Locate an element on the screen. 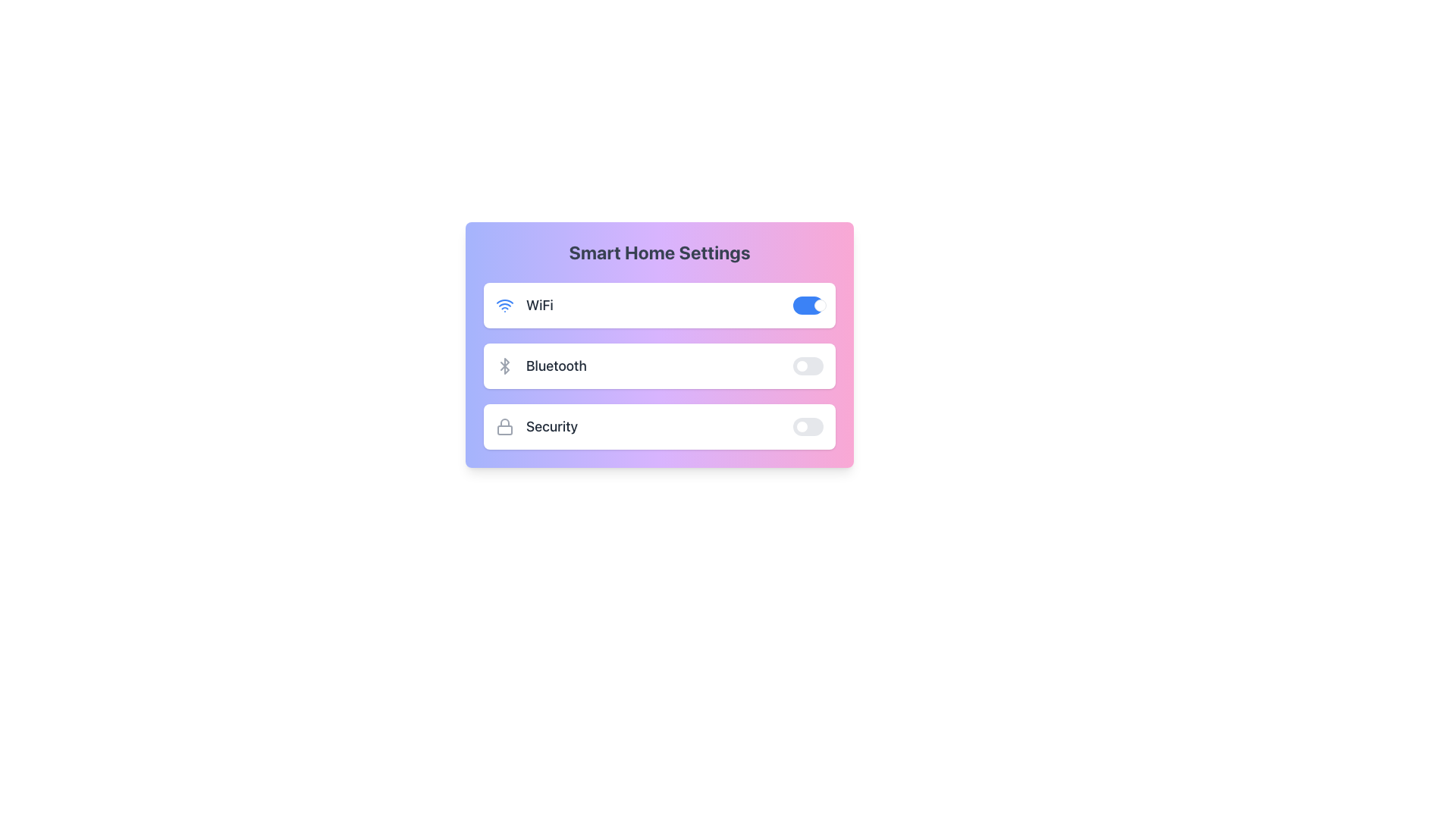  Bluetooth icon, which is a small gray graphical representation located in the second row of the 'Smart Home Settings' panel, to the left of the 'Bluetooth' label is located at coordinates (505, 366).